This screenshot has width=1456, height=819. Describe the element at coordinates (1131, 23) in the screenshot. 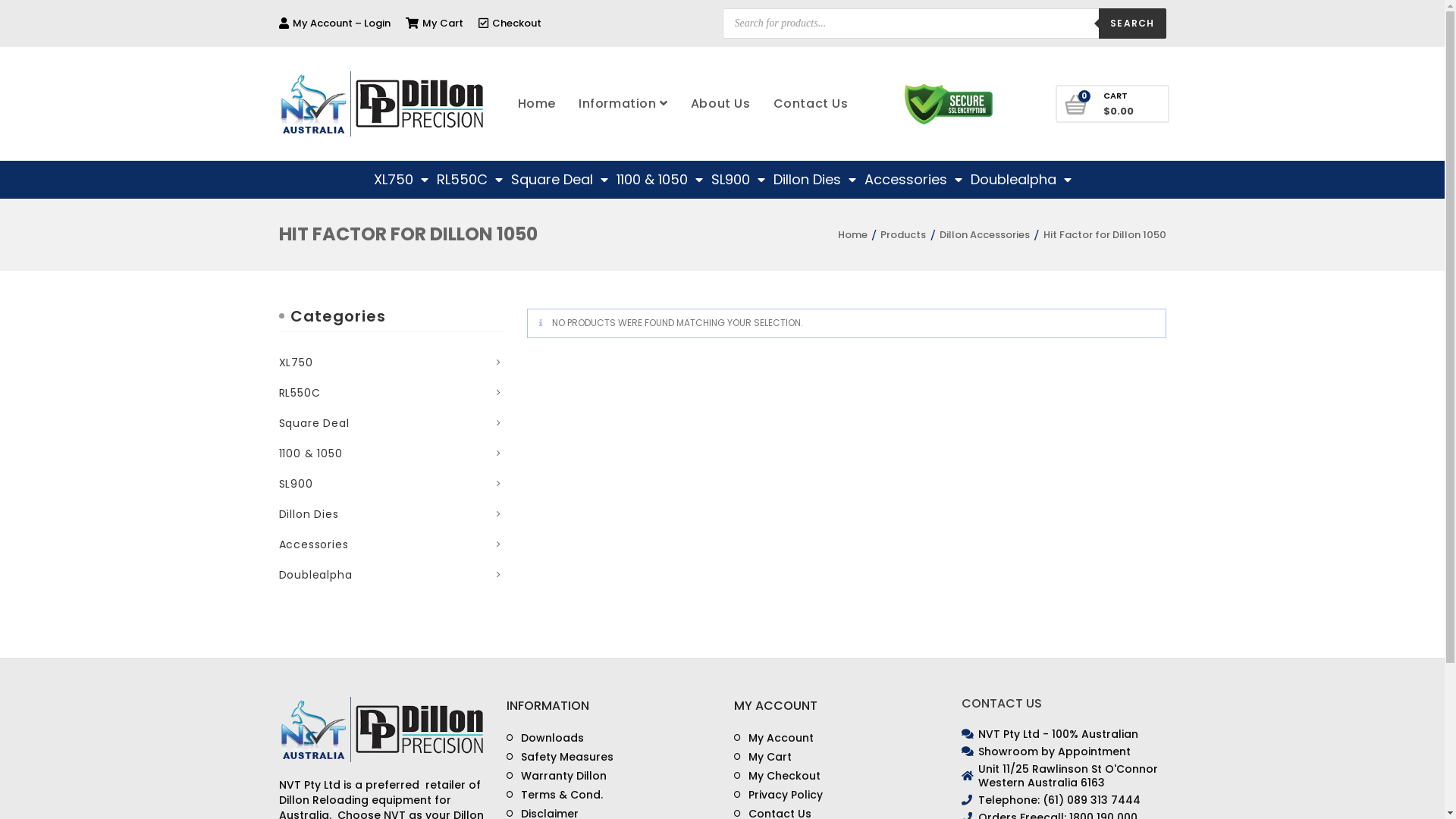

I see `'SEARCH'` at that location.